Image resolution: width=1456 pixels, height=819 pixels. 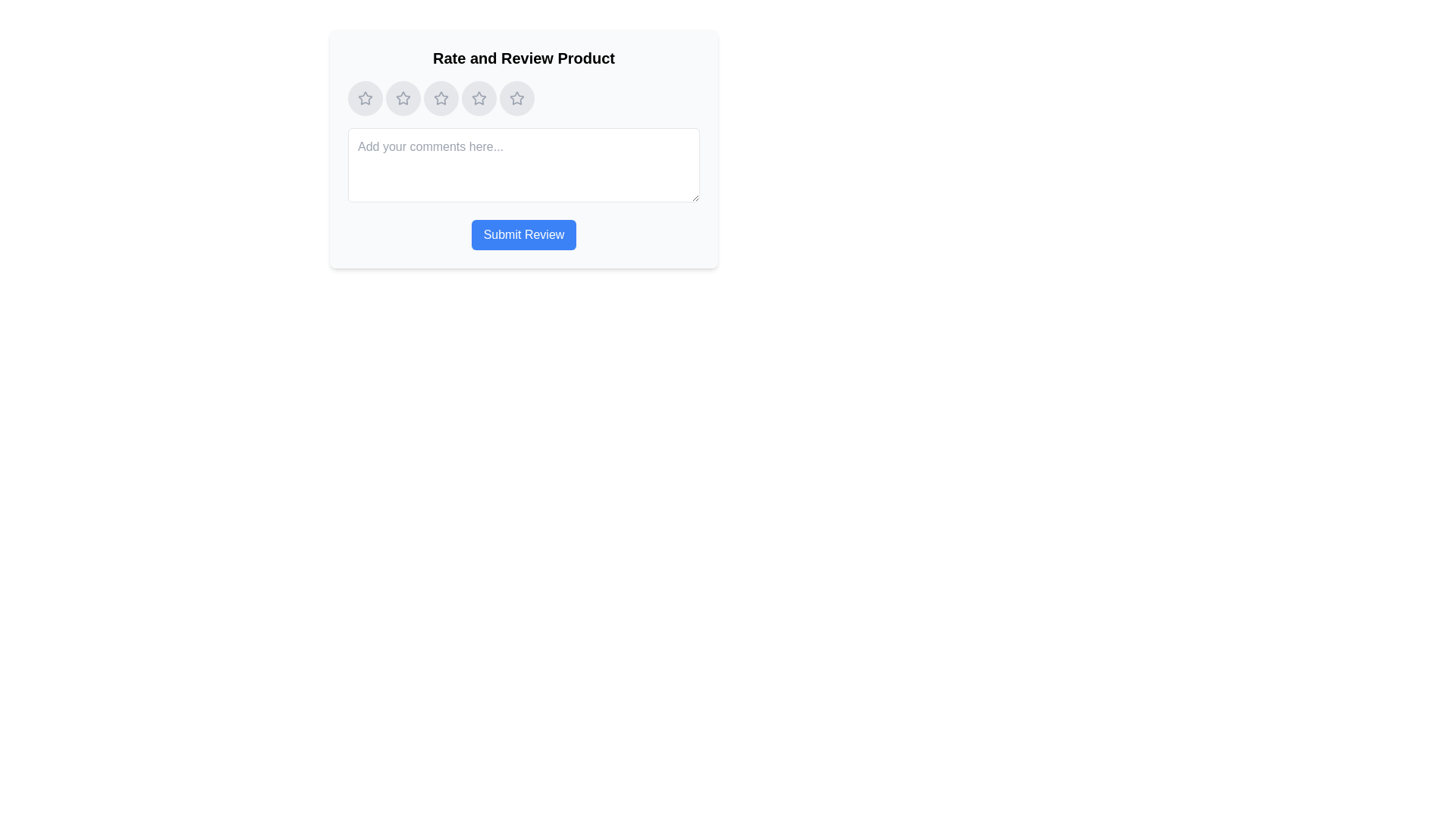 I want to click on the fifth star rating button located below the text 'Rate and Review Product', so click(x=516, y=99).